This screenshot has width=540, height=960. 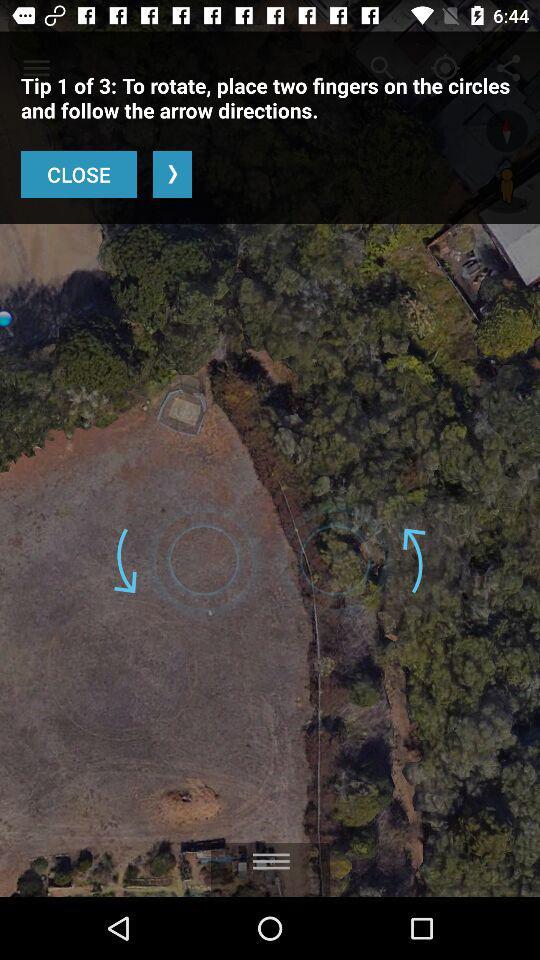 What do you see at coordinates (270, 853) in the screenshot?
I see `the menu icon` at bounding box center [270, 853].